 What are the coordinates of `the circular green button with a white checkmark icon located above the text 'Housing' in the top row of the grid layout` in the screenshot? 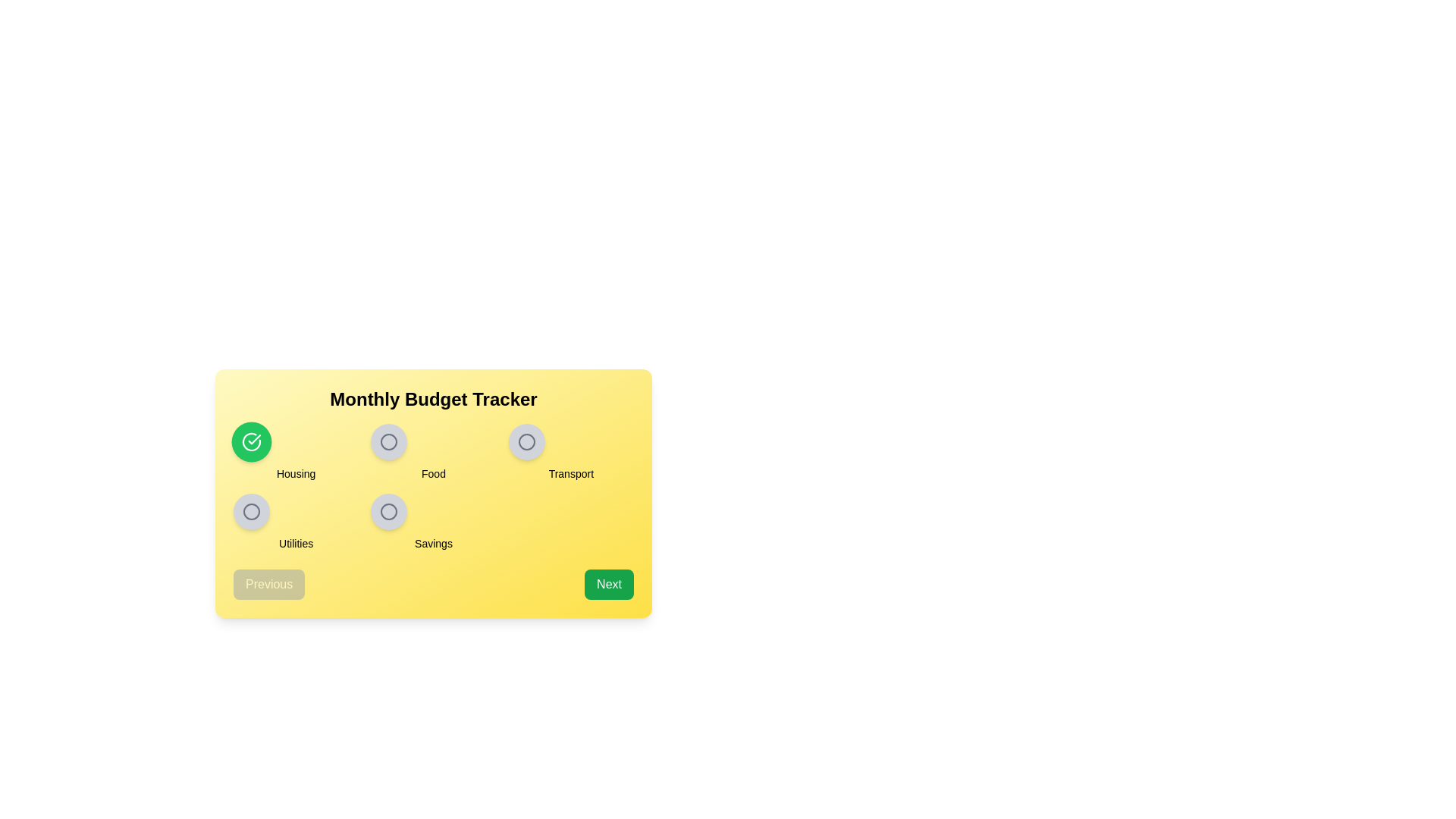 It's located at (251, 441).